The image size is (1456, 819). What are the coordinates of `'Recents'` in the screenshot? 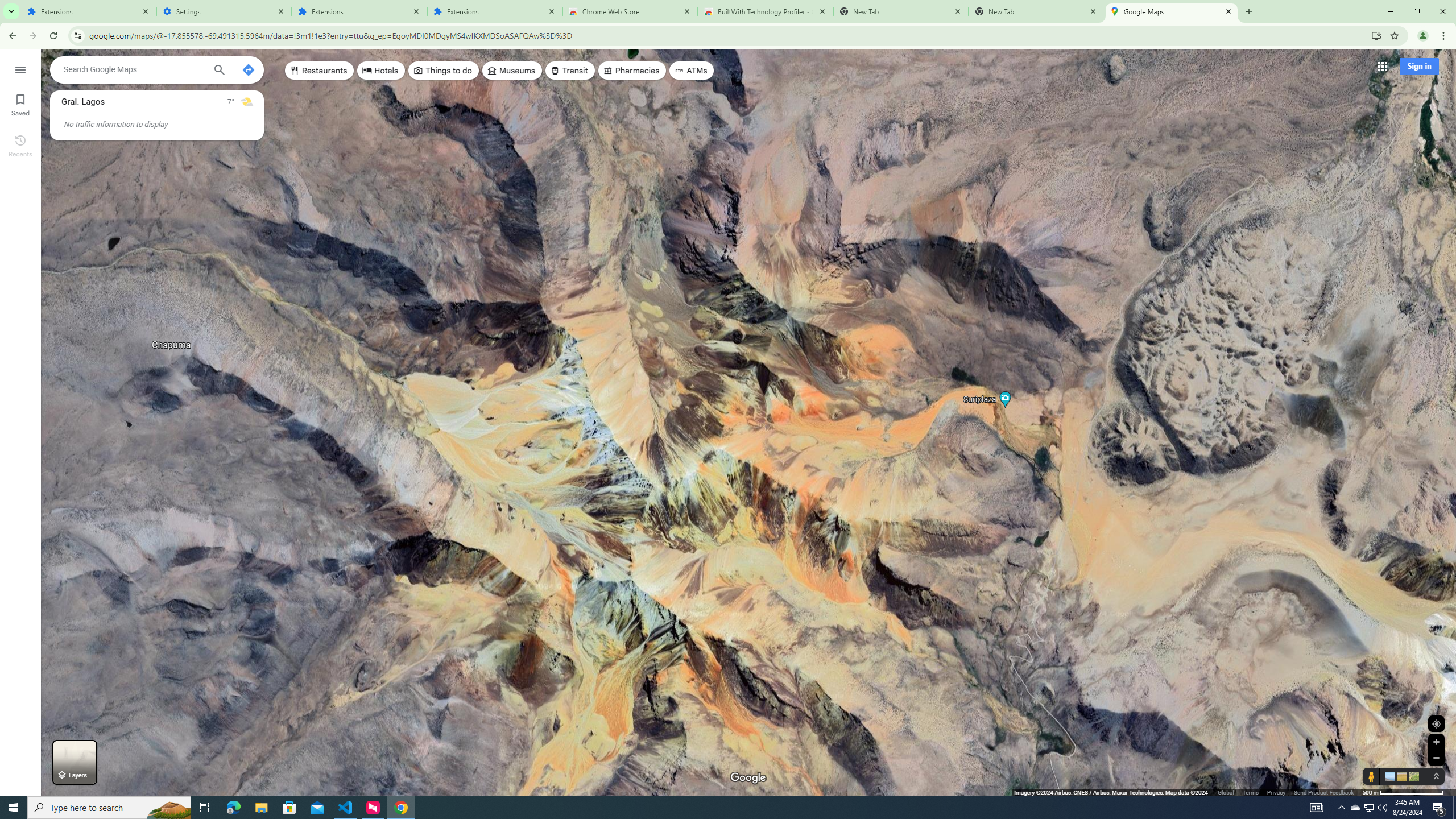 It's located at (19, 144).